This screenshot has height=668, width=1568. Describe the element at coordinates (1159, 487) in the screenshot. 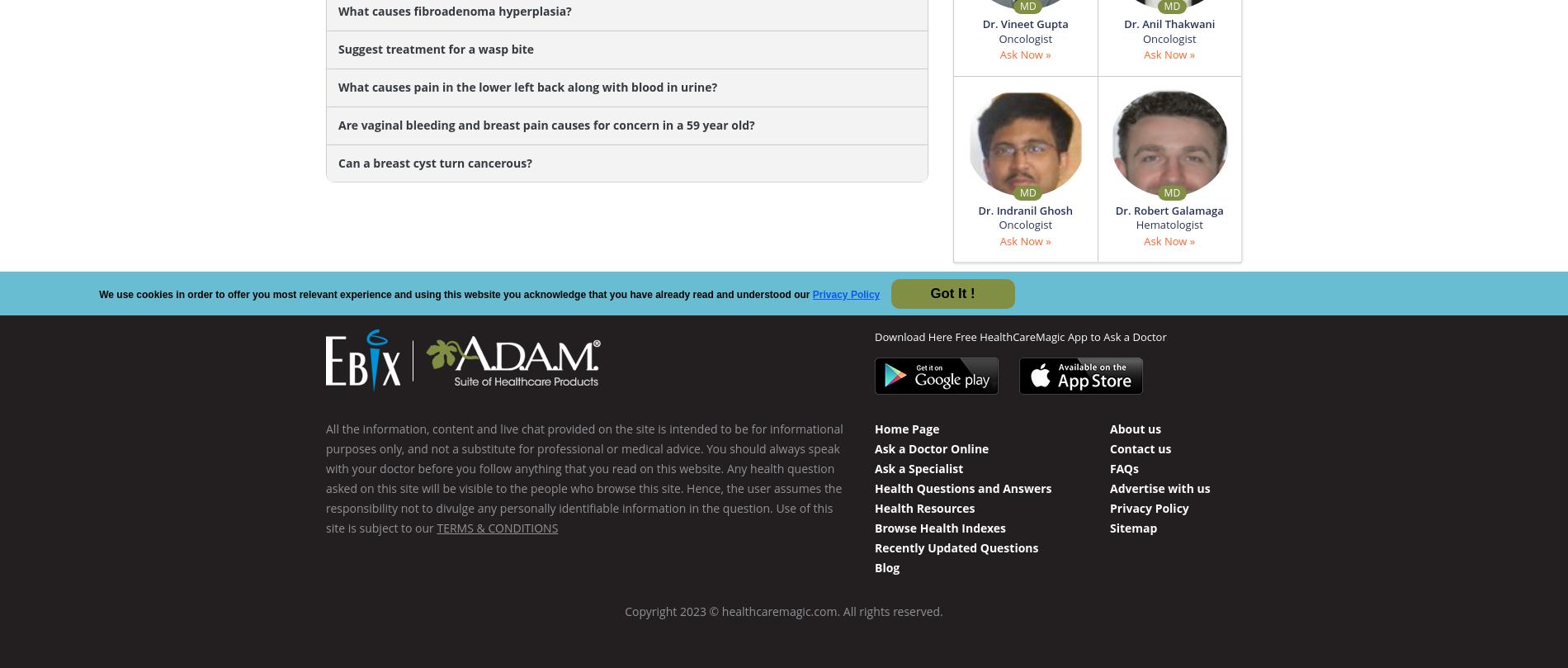

I see `'Advertise with us'` at that location.